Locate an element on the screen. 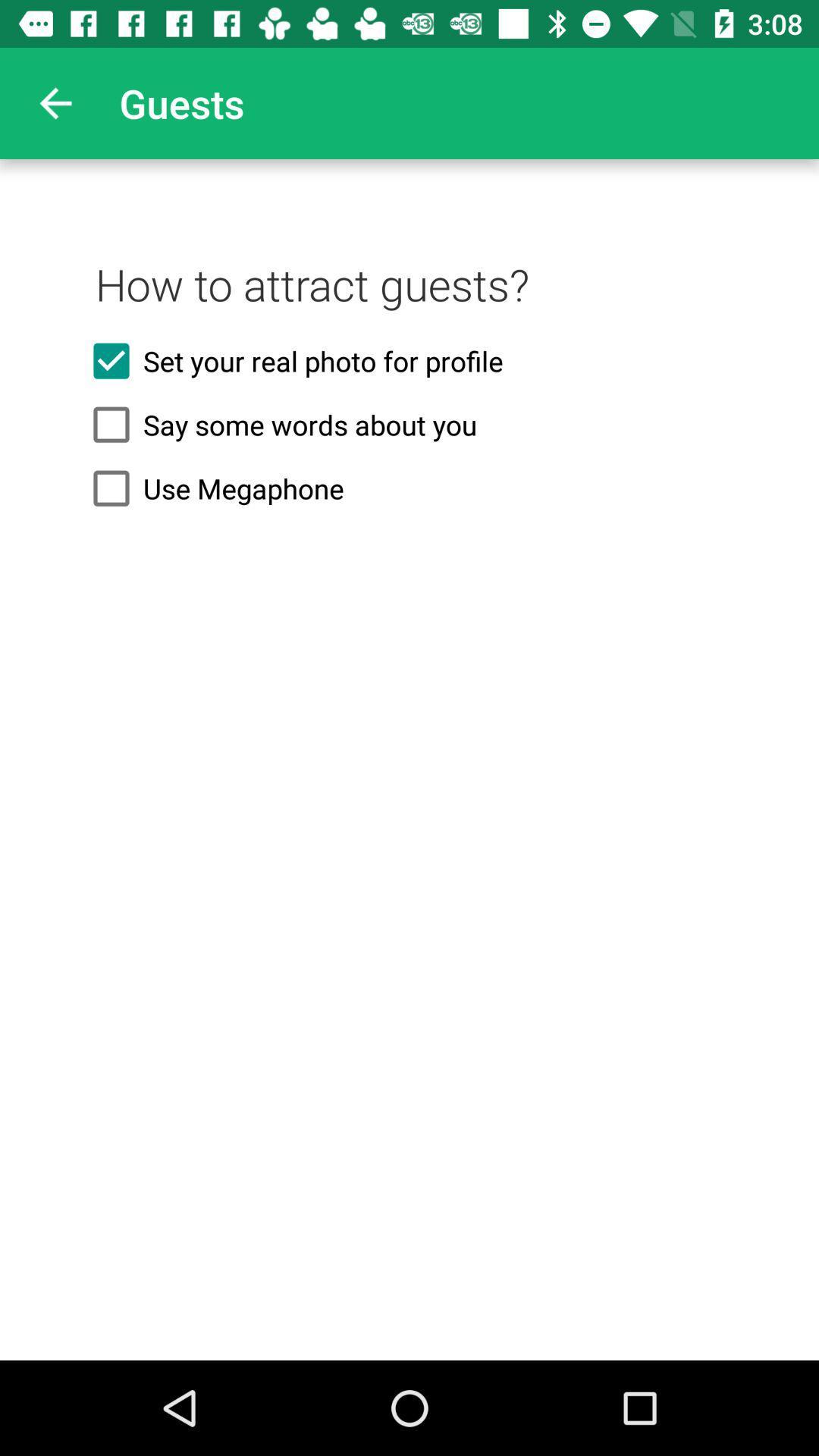  the set your real icon is located at coordinates (409, 360).